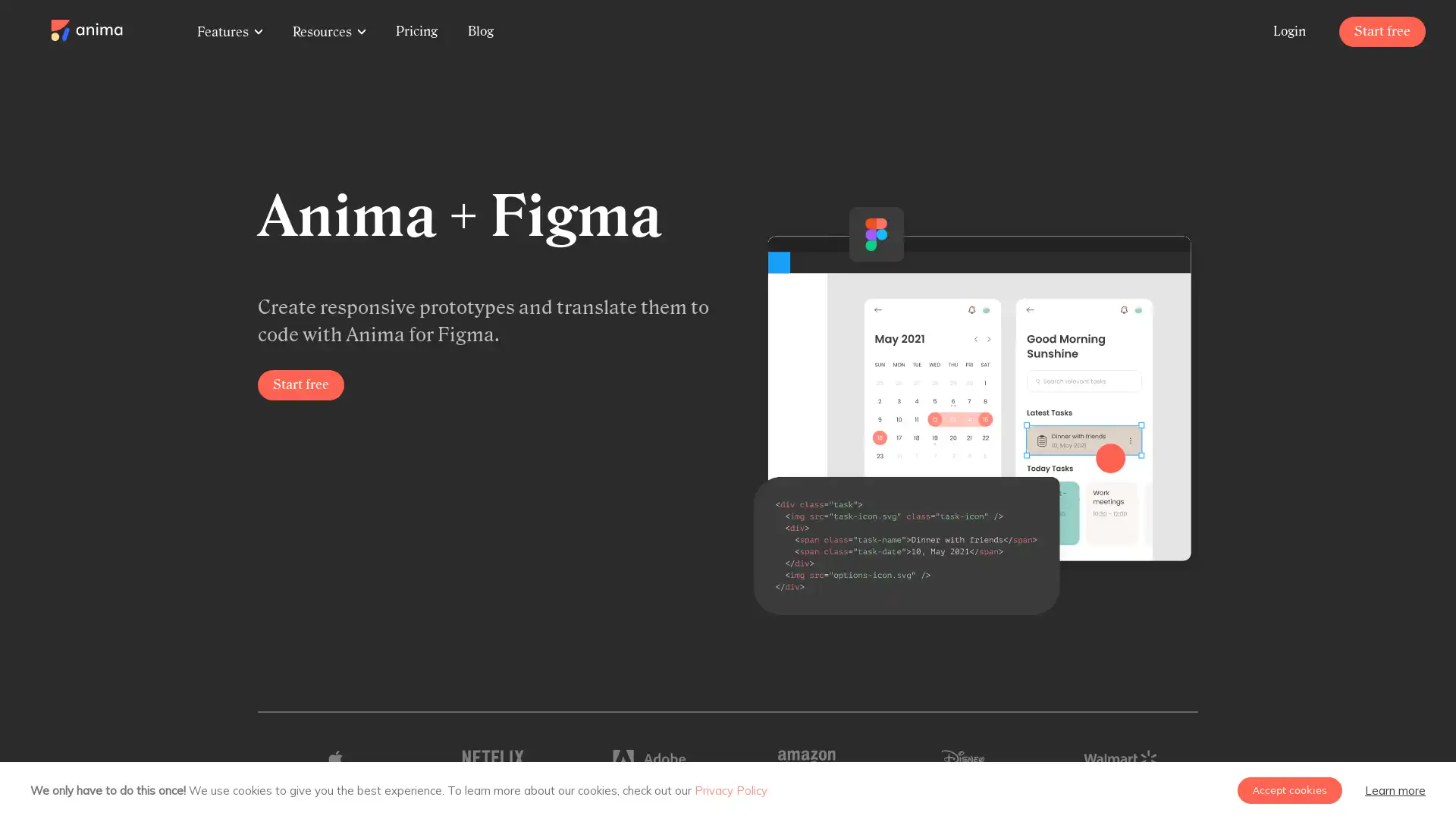 This screenshot has height=819, width=1456. I want to click on Accept cookies, so click(1288, 789).